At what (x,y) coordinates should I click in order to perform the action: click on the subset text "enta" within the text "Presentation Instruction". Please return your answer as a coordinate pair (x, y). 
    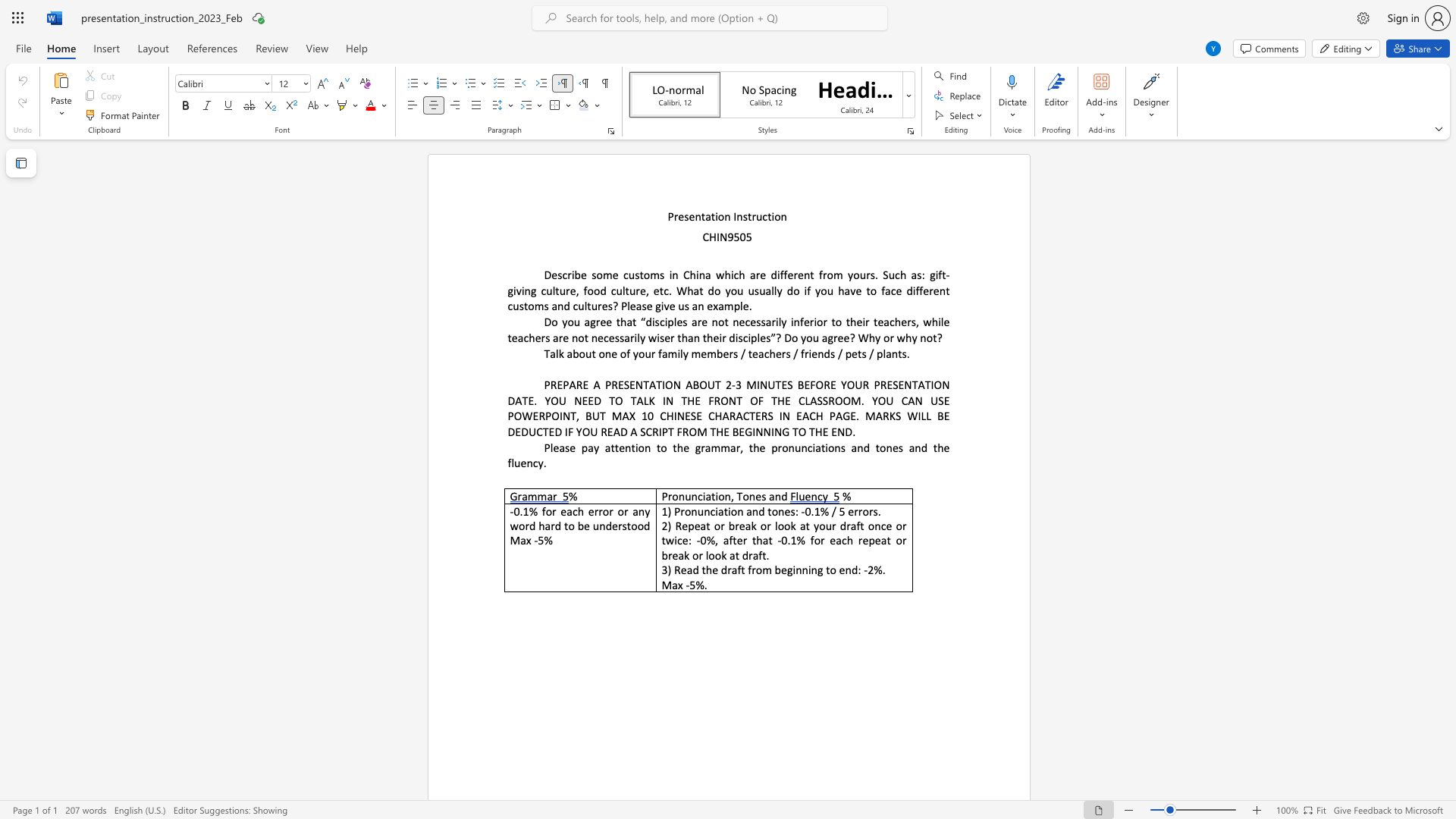
    Looking at the image, I should click on (688, 216).